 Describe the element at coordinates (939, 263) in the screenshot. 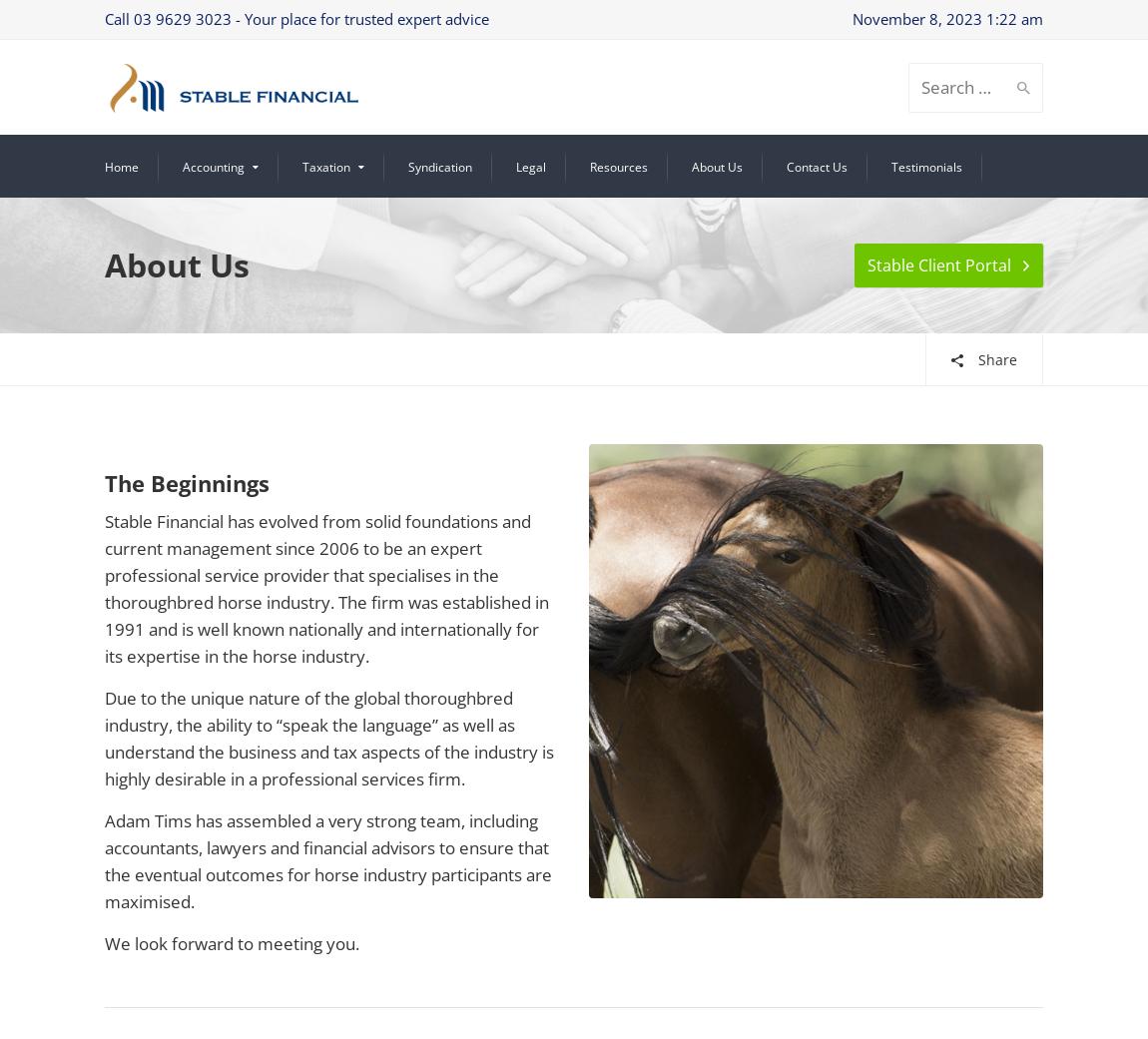

I see `'Stable Client Portal'` at that location.